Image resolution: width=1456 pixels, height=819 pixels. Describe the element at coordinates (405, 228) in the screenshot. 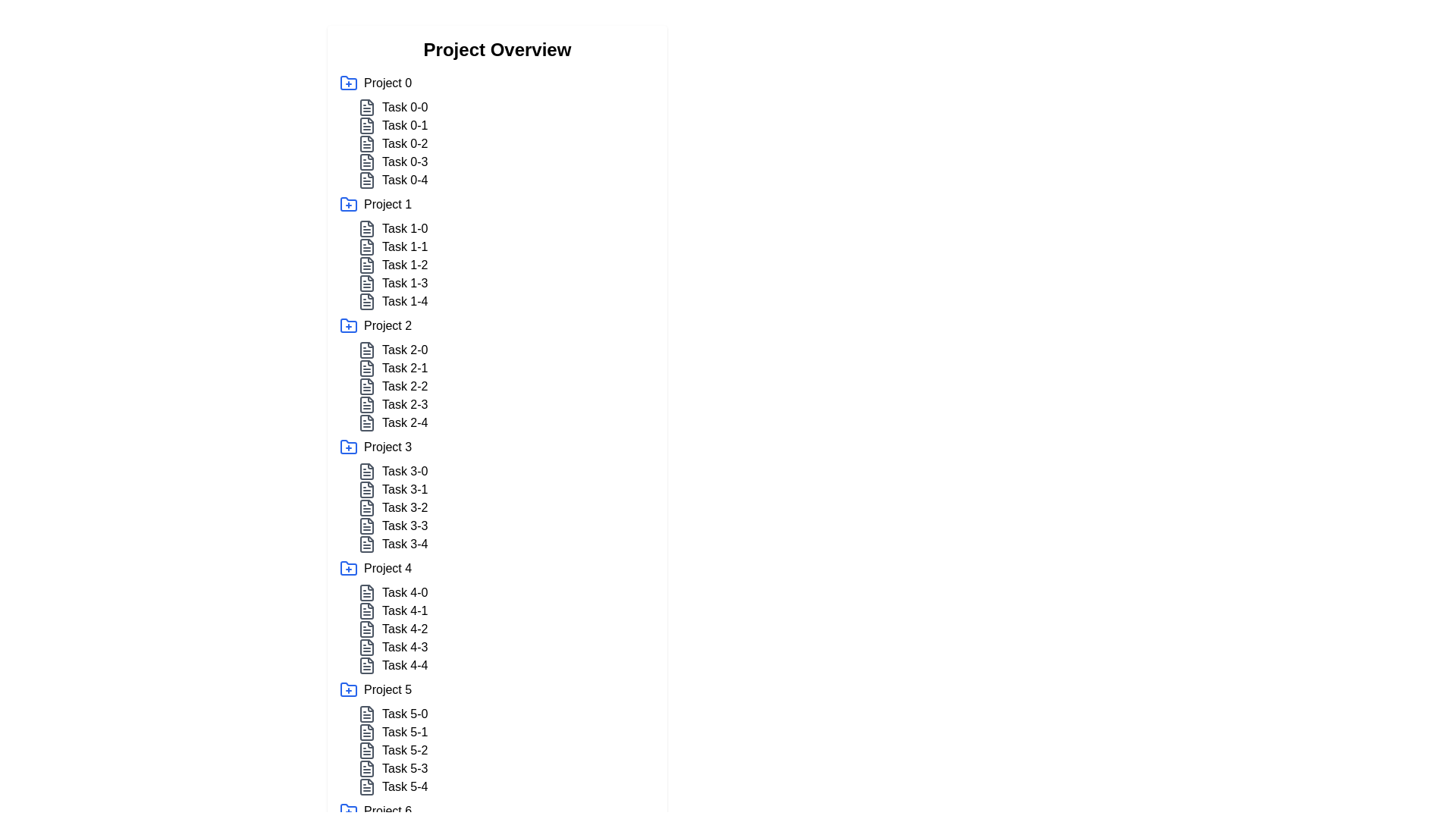

I see `the text label representing 'Task 1-0' in the project list` at that location.